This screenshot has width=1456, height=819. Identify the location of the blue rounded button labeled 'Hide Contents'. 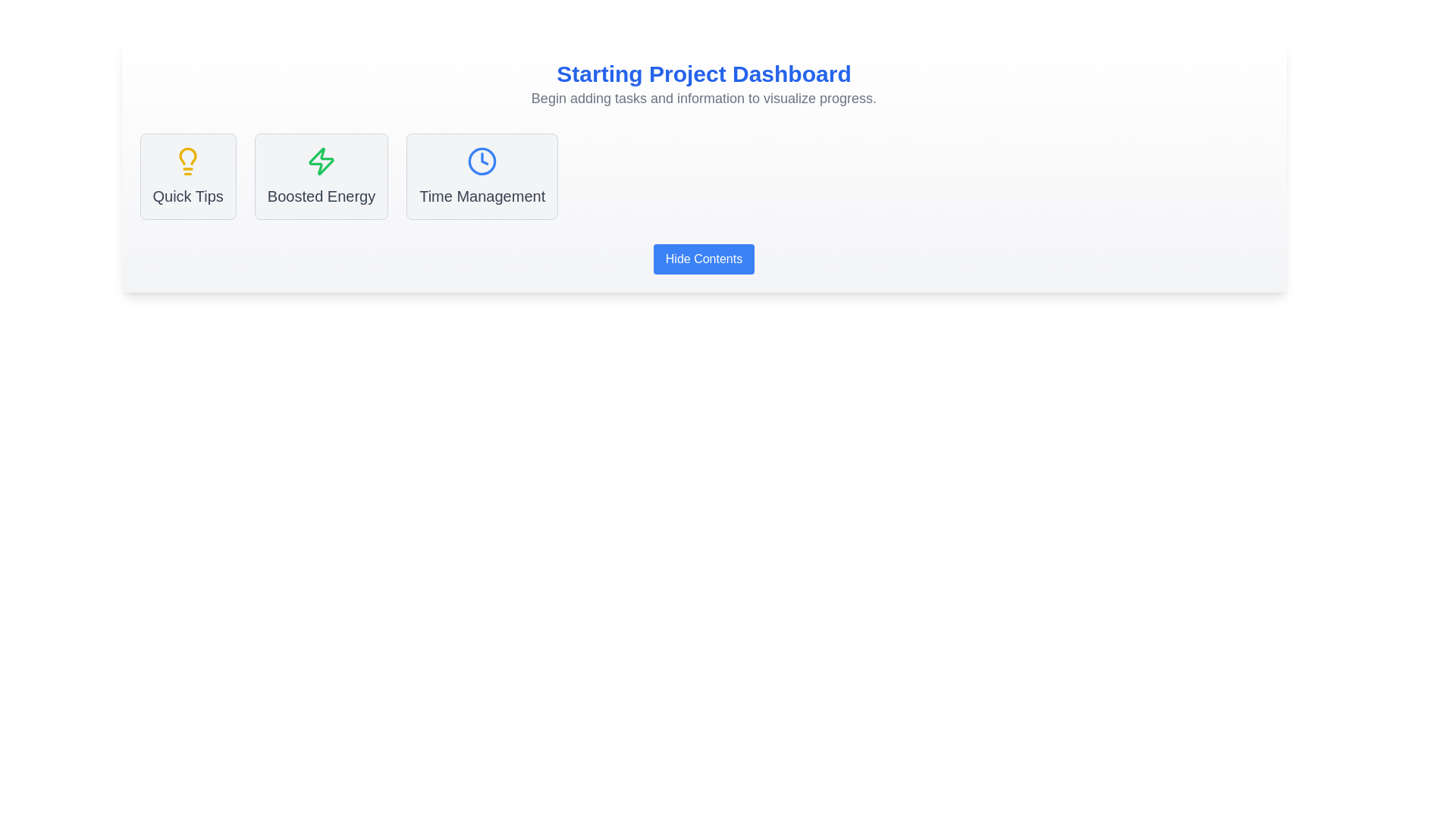
(703, 259).